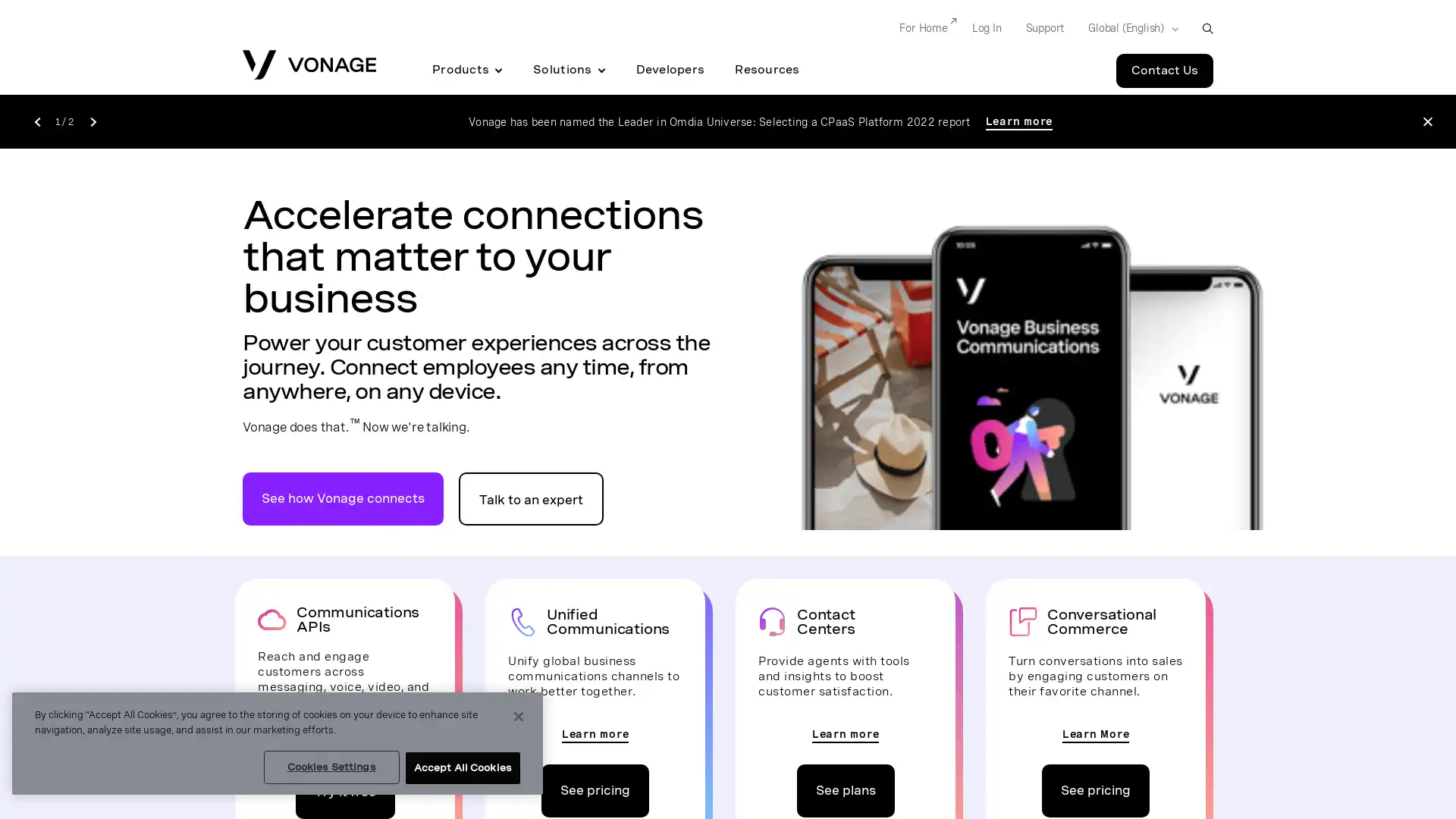 This screenshot has height=819, width=1456. I want to click on Cookies Settings, so click(330, 767).